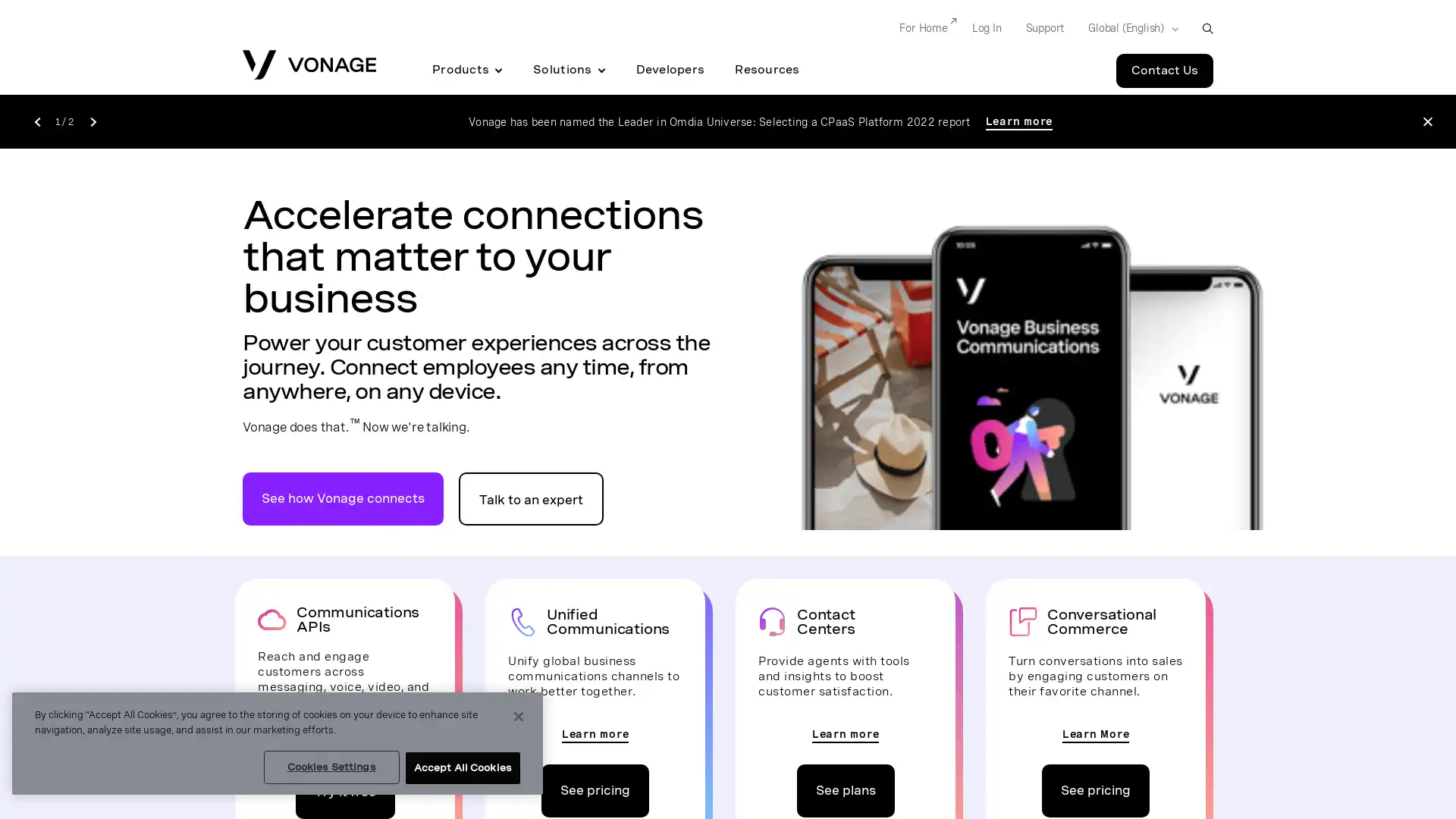 This screenshot has height=819, width=1456. I want to click on Cookies Settings, so click(330, 767).